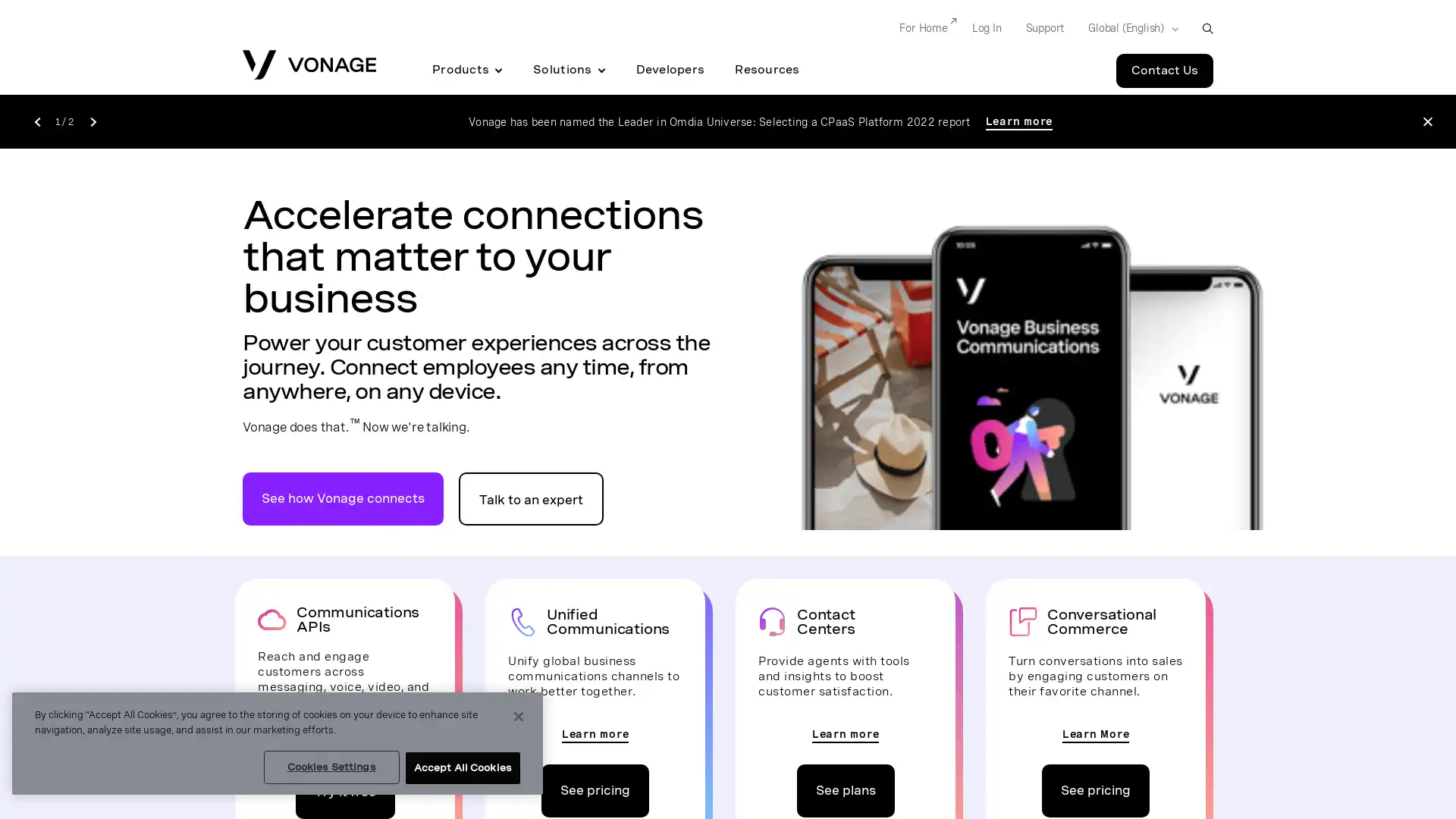 This screenshot has height=819, width=1456. I want to click on Cookies Settings, so click(330, 767).